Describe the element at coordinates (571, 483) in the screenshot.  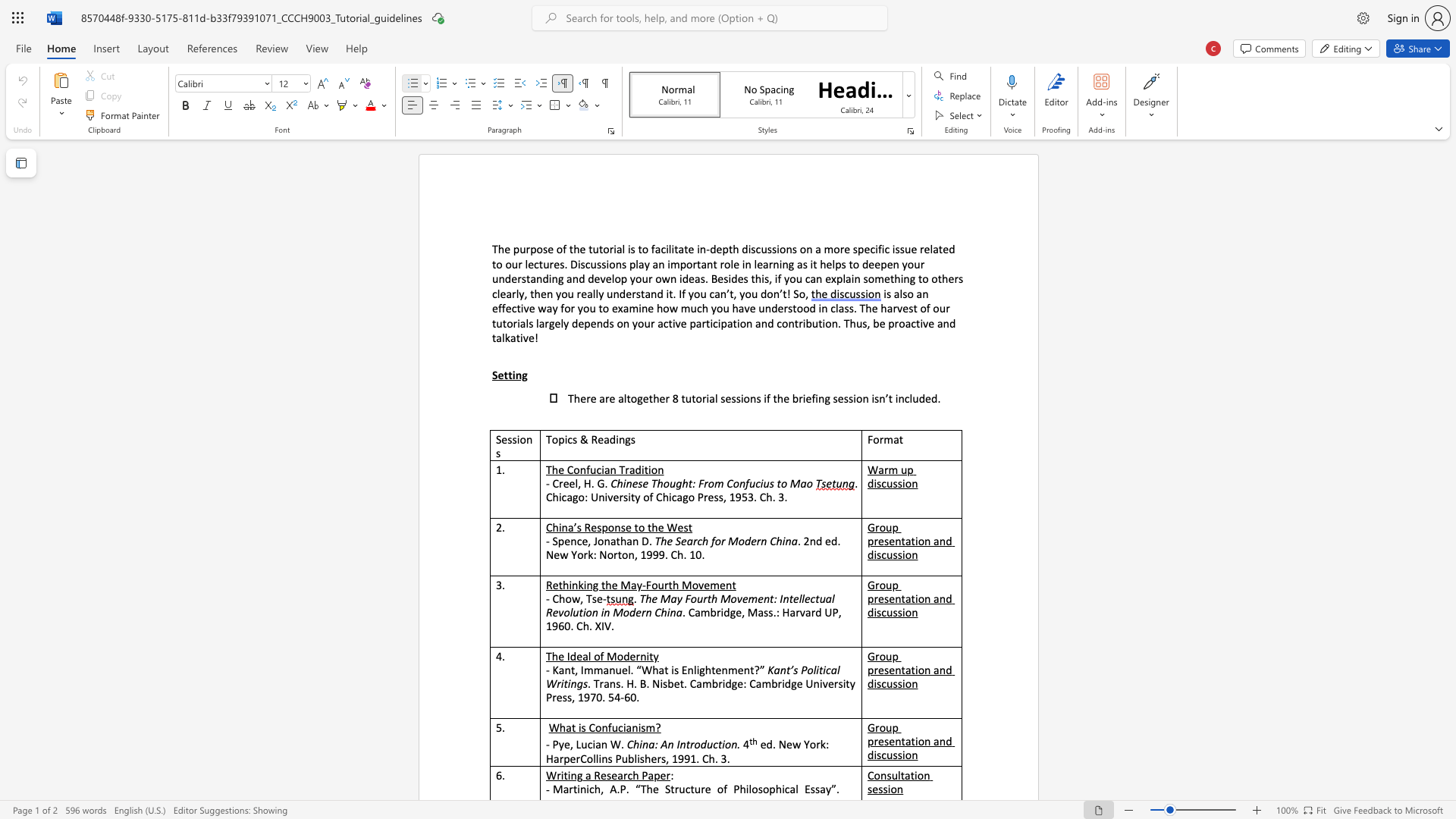
I see `the 2th character "e" in the text` at that location.